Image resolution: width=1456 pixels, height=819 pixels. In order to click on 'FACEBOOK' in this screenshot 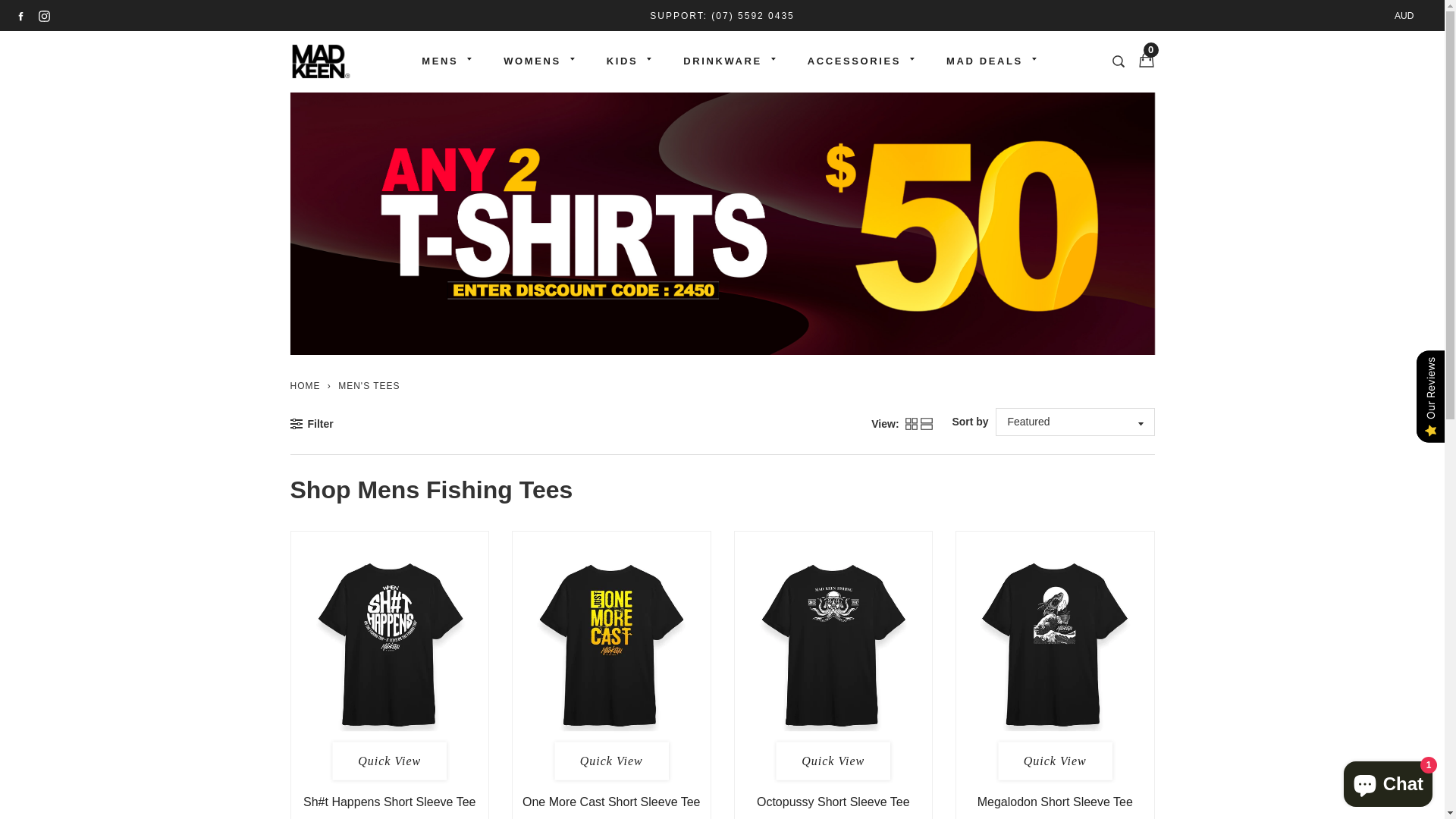, I will do `click(20, 15)`.